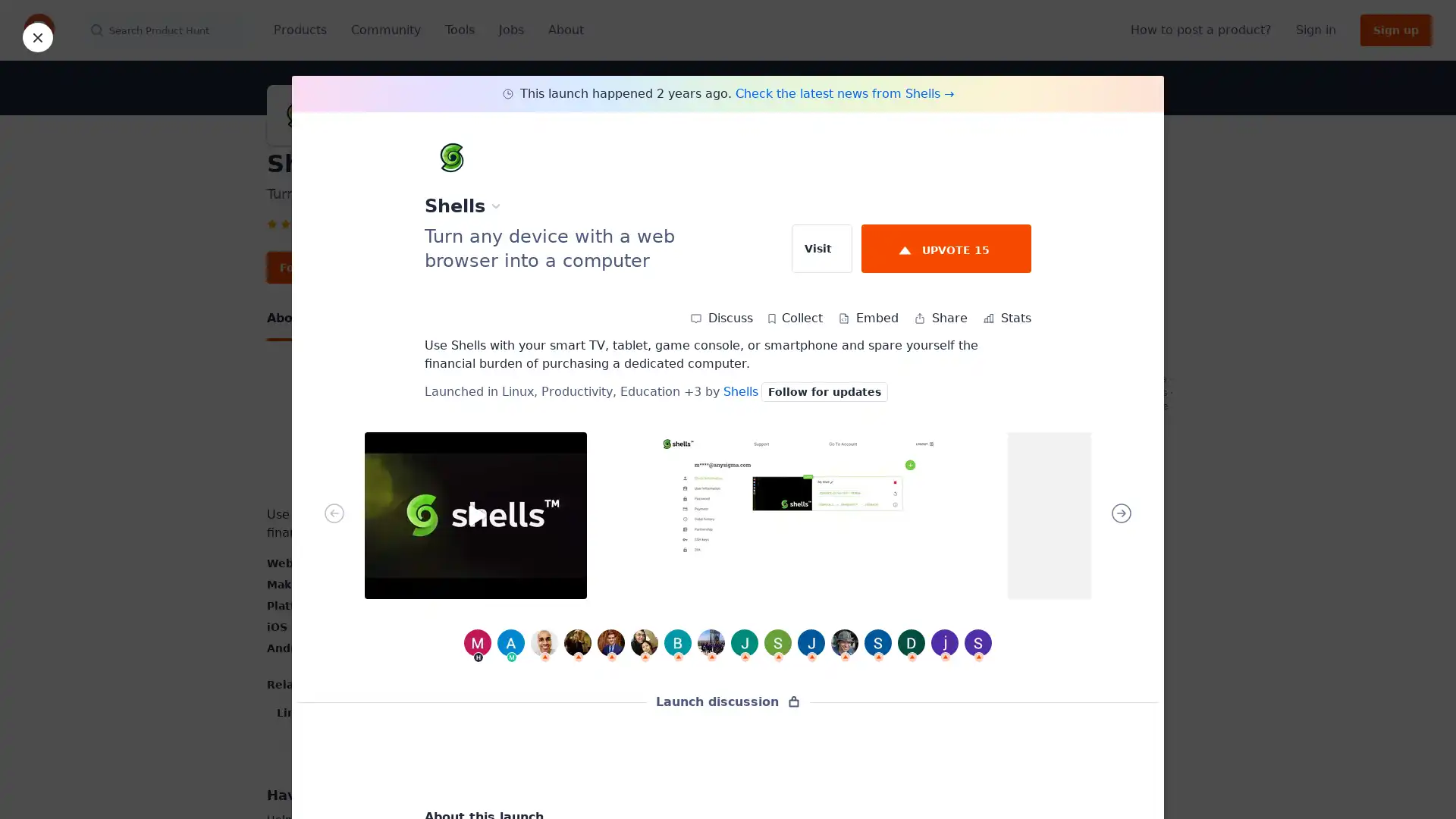  I want to click on Stats, so click(1007, 318).